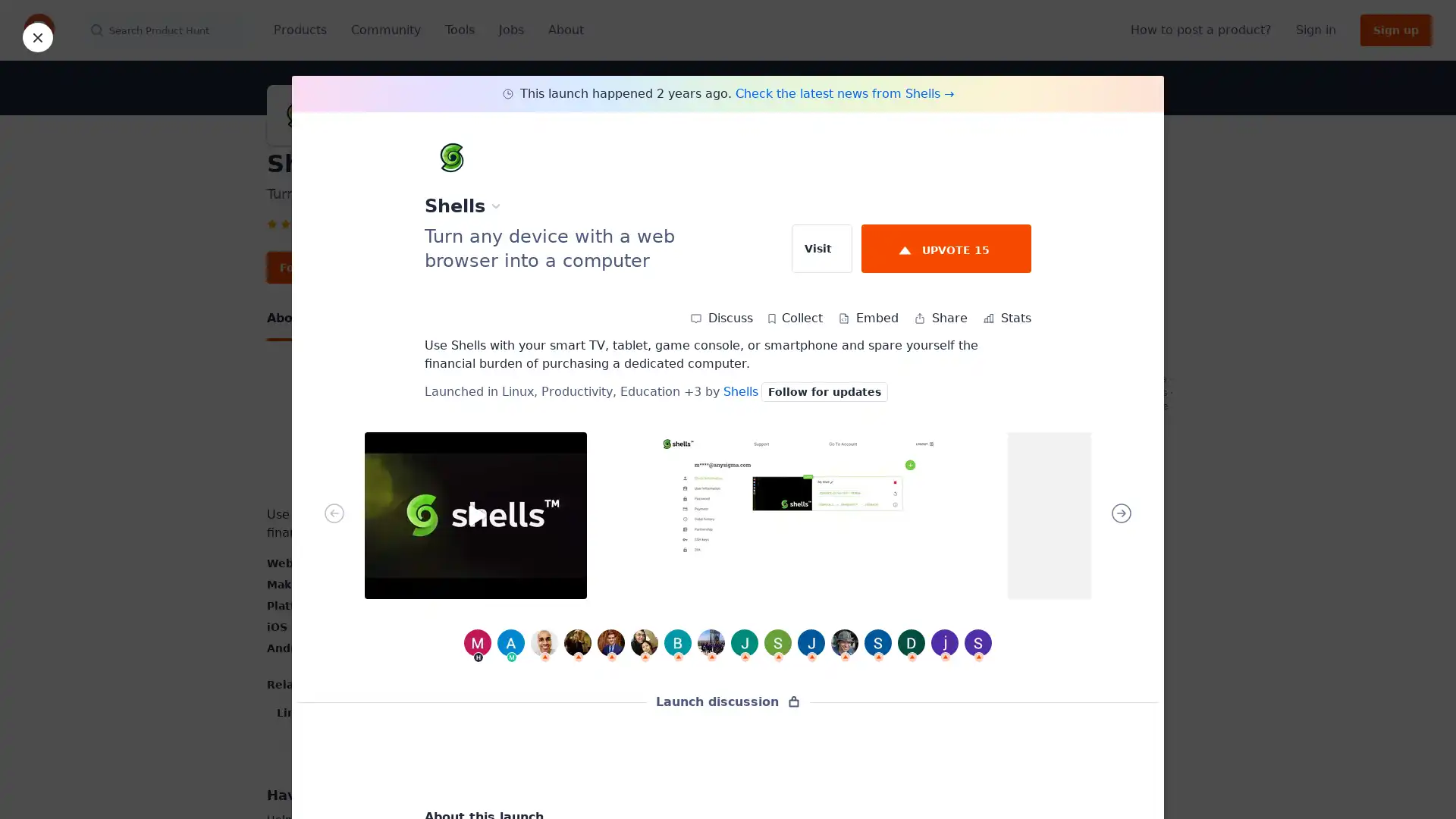  I want to click on Stats, so click(1007, 318).